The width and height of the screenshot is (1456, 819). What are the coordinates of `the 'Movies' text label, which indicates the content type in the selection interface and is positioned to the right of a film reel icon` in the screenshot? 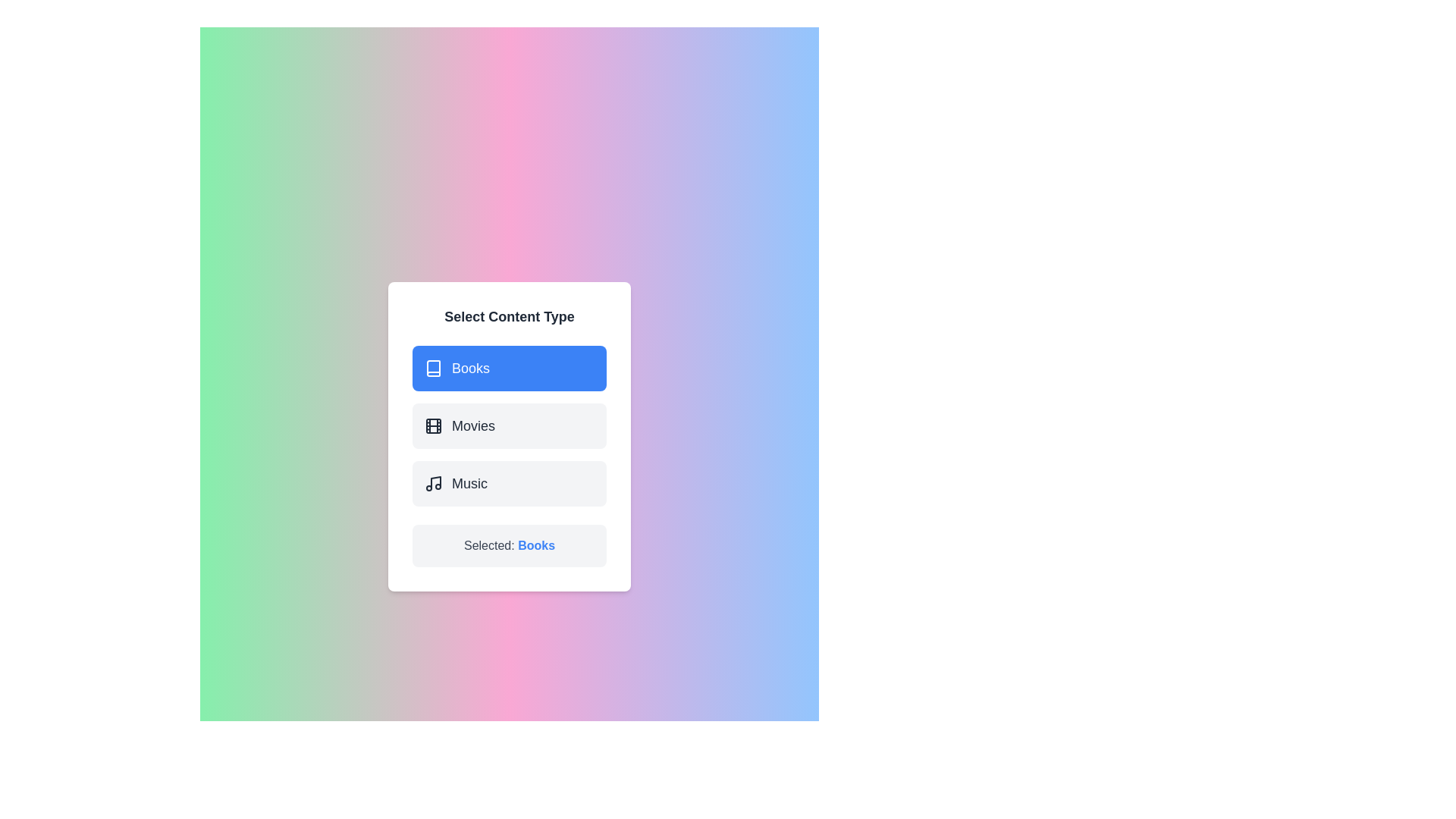 It's located at (472, 426).